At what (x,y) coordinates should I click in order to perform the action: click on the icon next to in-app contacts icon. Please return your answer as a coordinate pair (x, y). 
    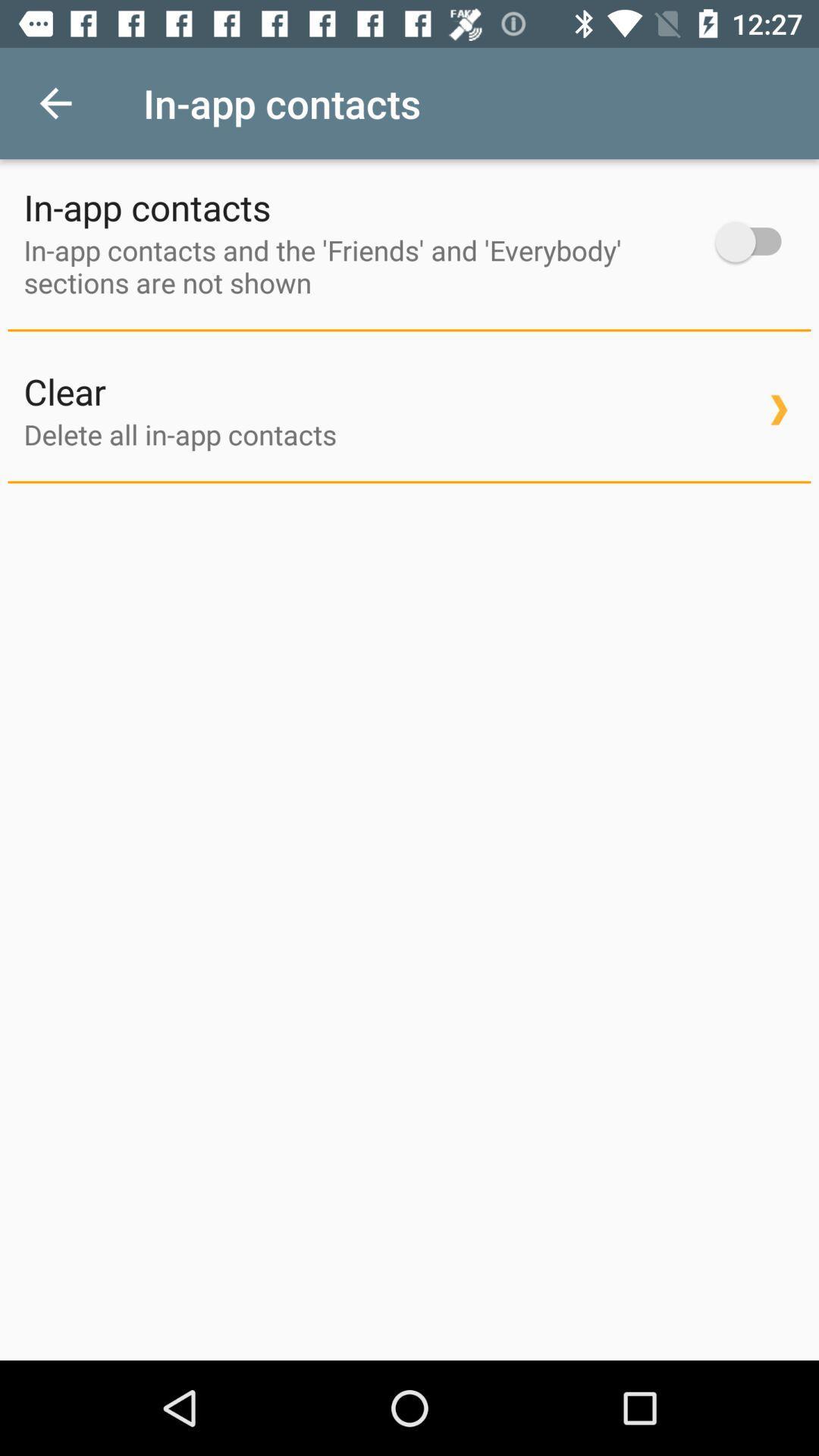
    Looking at the image, I should click on (755, 241).